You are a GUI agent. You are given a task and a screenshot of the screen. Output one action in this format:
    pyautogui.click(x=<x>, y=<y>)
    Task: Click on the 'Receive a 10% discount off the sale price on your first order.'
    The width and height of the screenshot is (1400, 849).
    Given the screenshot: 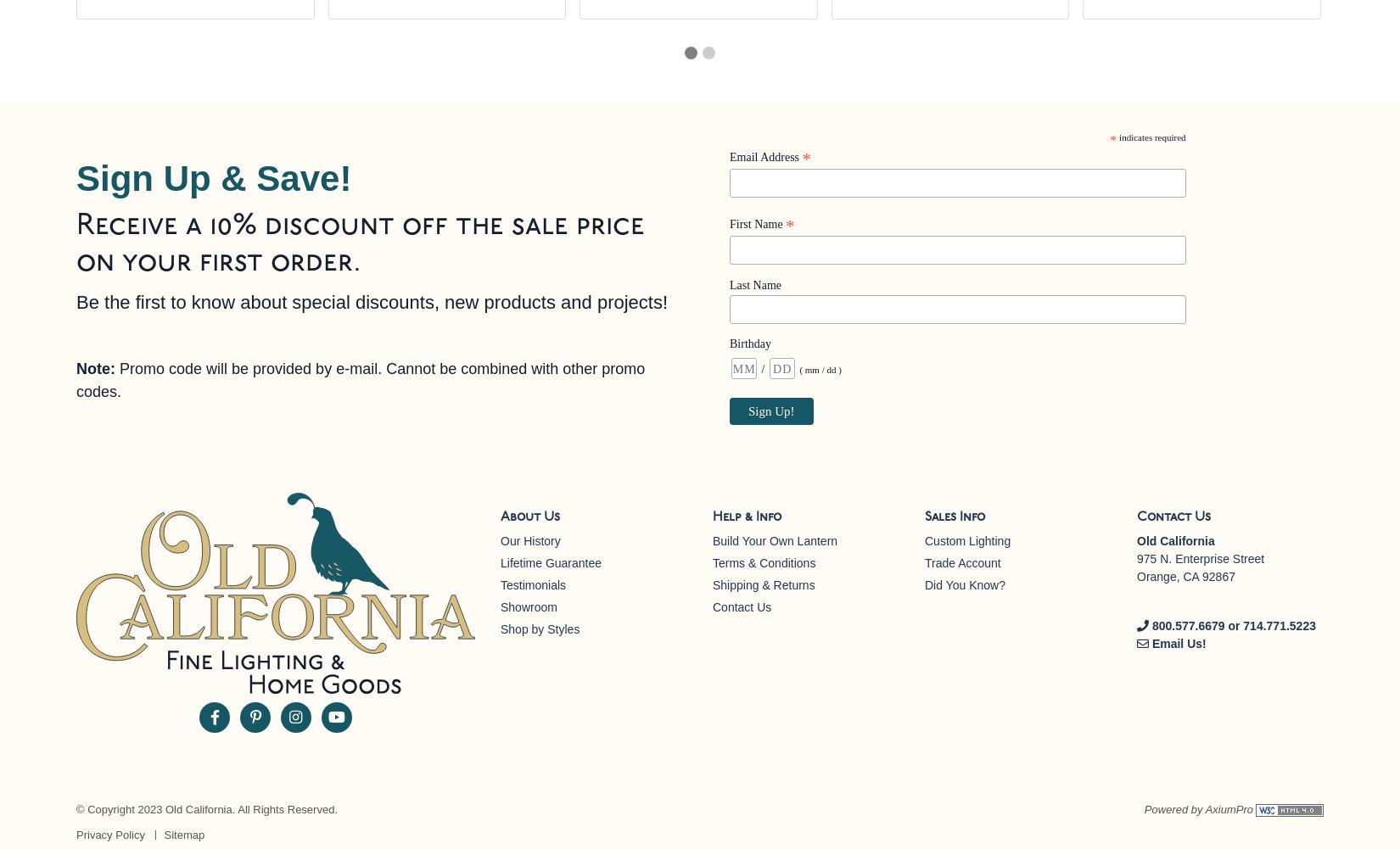 What is the action you would take?
    pyautogui.click(x=360, y=244)
    